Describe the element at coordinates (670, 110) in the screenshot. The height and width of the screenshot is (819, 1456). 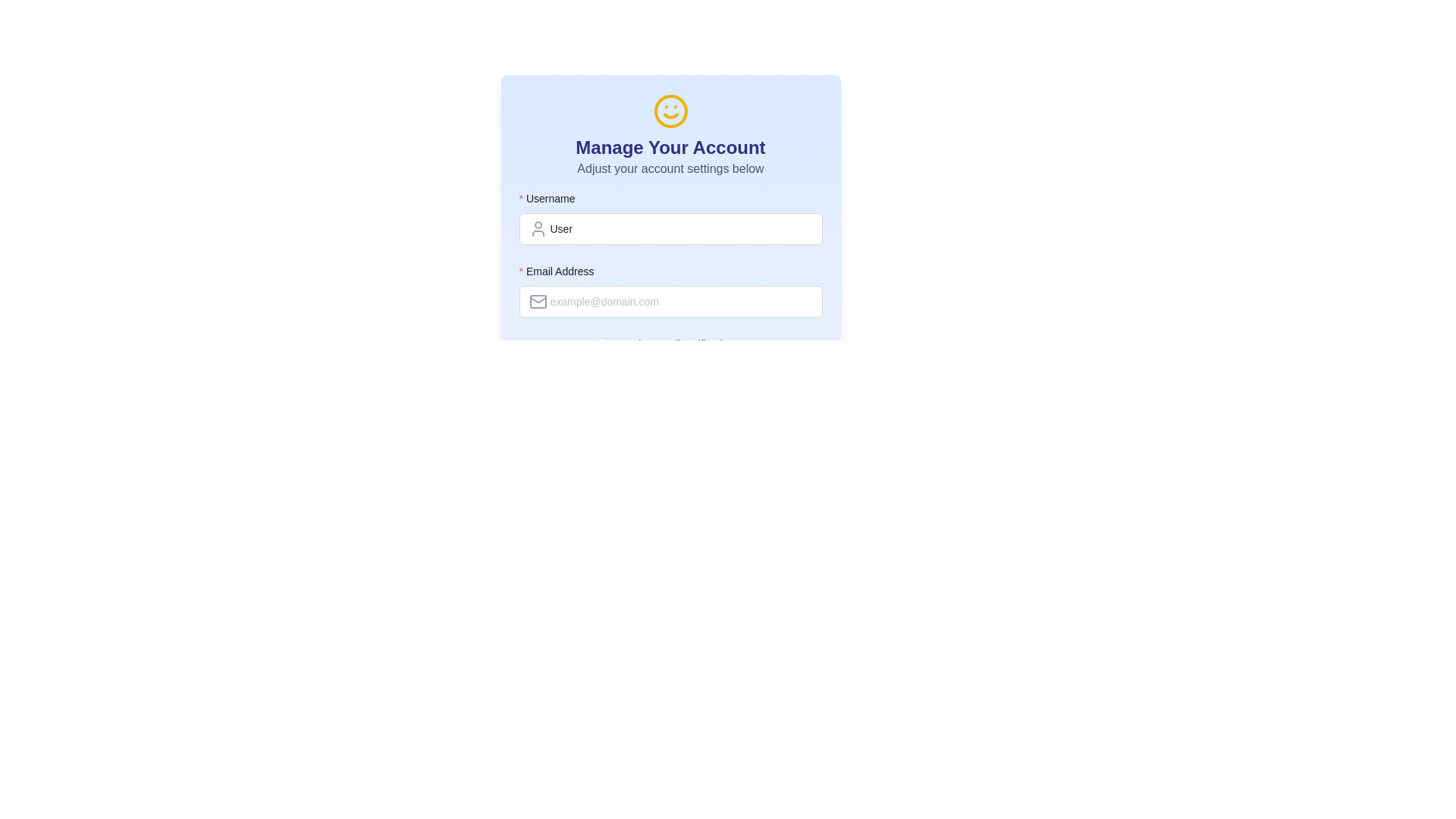
I see `the decorative icon that conveys a positive message, located above the 'Manage Your Account' heading in the account management interface` at that location.